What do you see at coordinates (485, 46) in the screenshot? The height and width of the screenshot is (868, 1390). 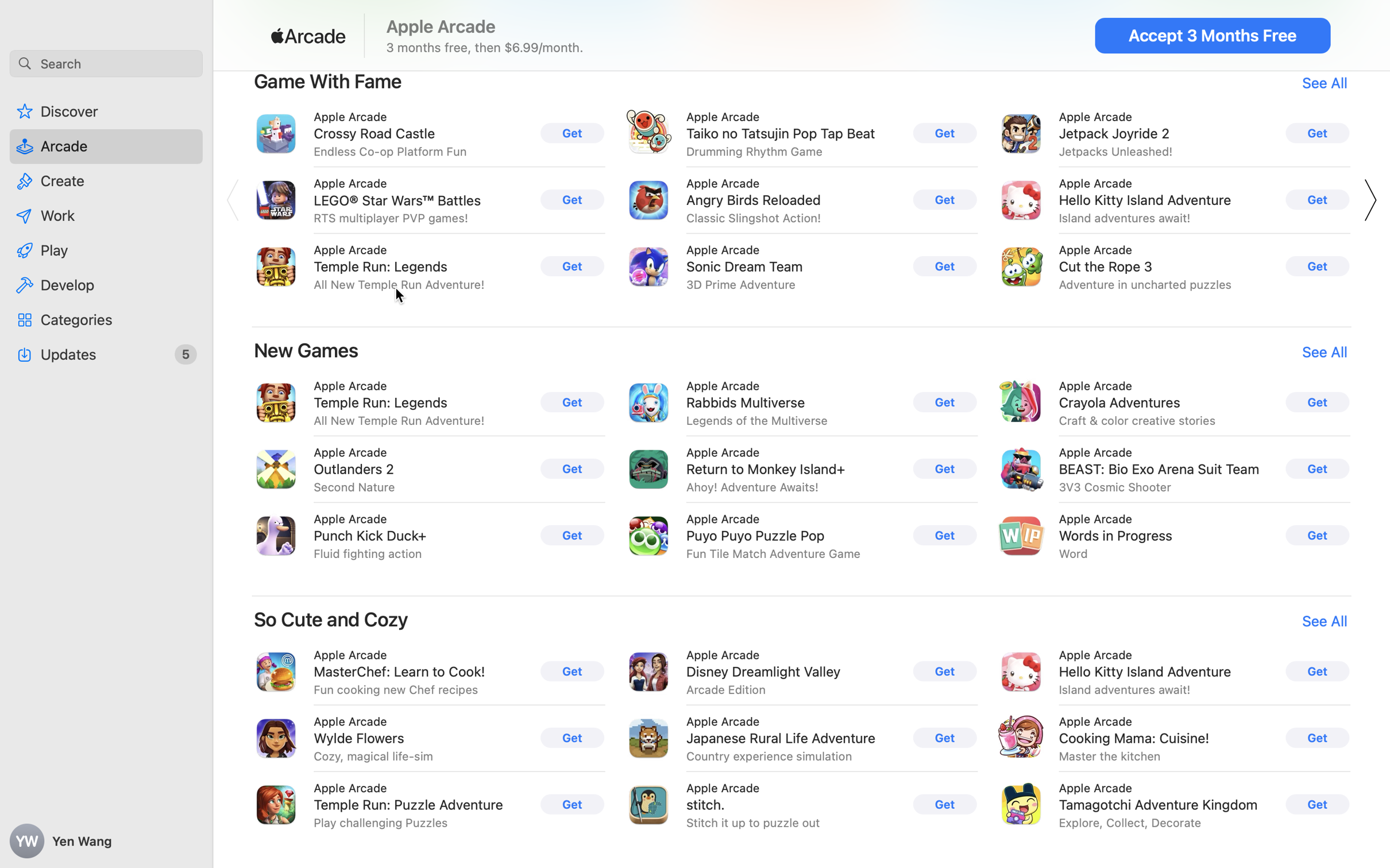 I see `'3 months free, then $6.99/month.'` at bounding box center [485, 46].